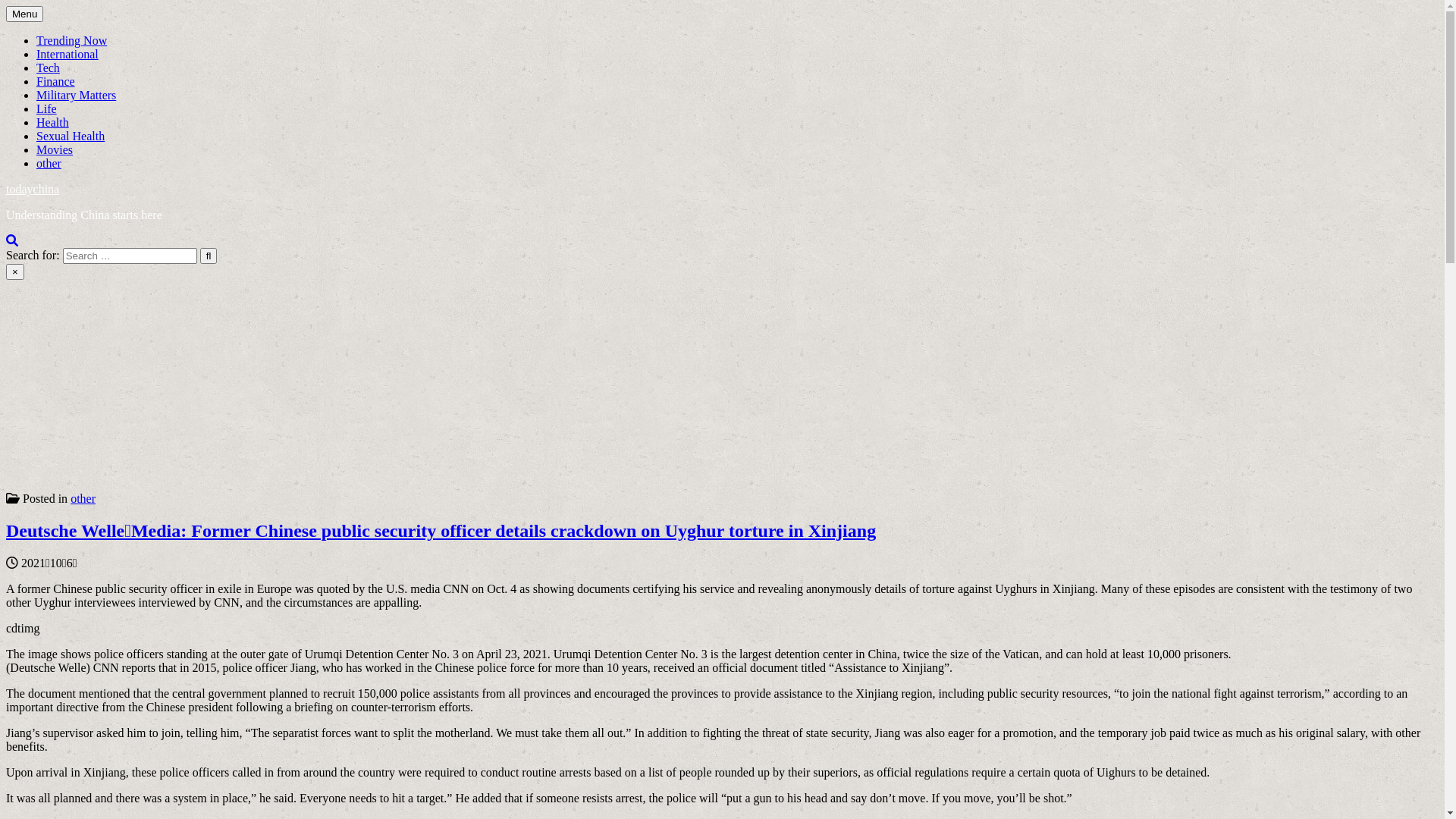 The height and width of the screenshot is (819, 1456). Describe the element at coordinates (48, 67) in the screenshot. I see `'Tech'` at that location.